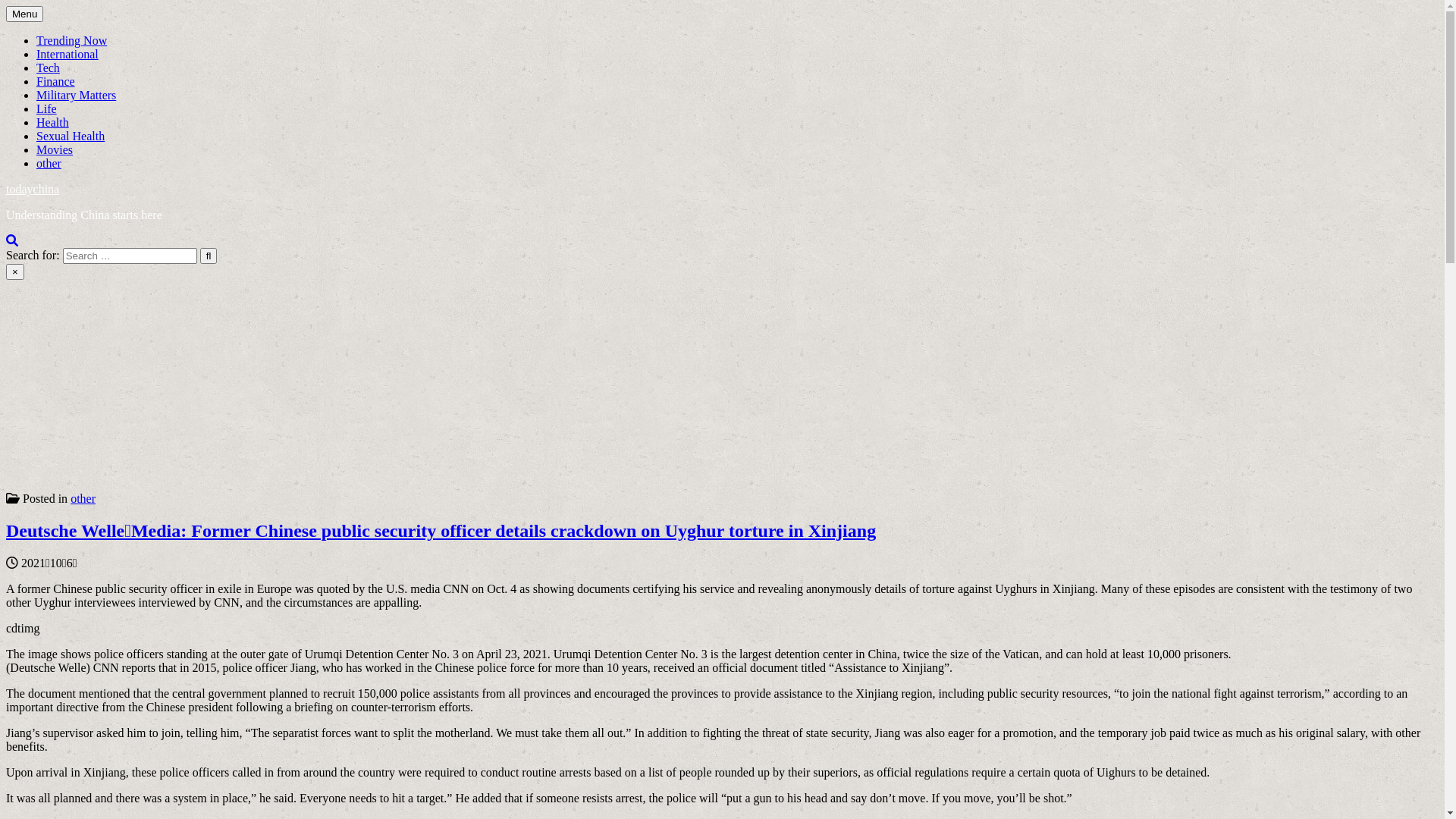 The height and width of the screenshot is (819, 1456). Describe the element at coordinates (48, 67) in the screenshot. I see `'Tech'` at that location.